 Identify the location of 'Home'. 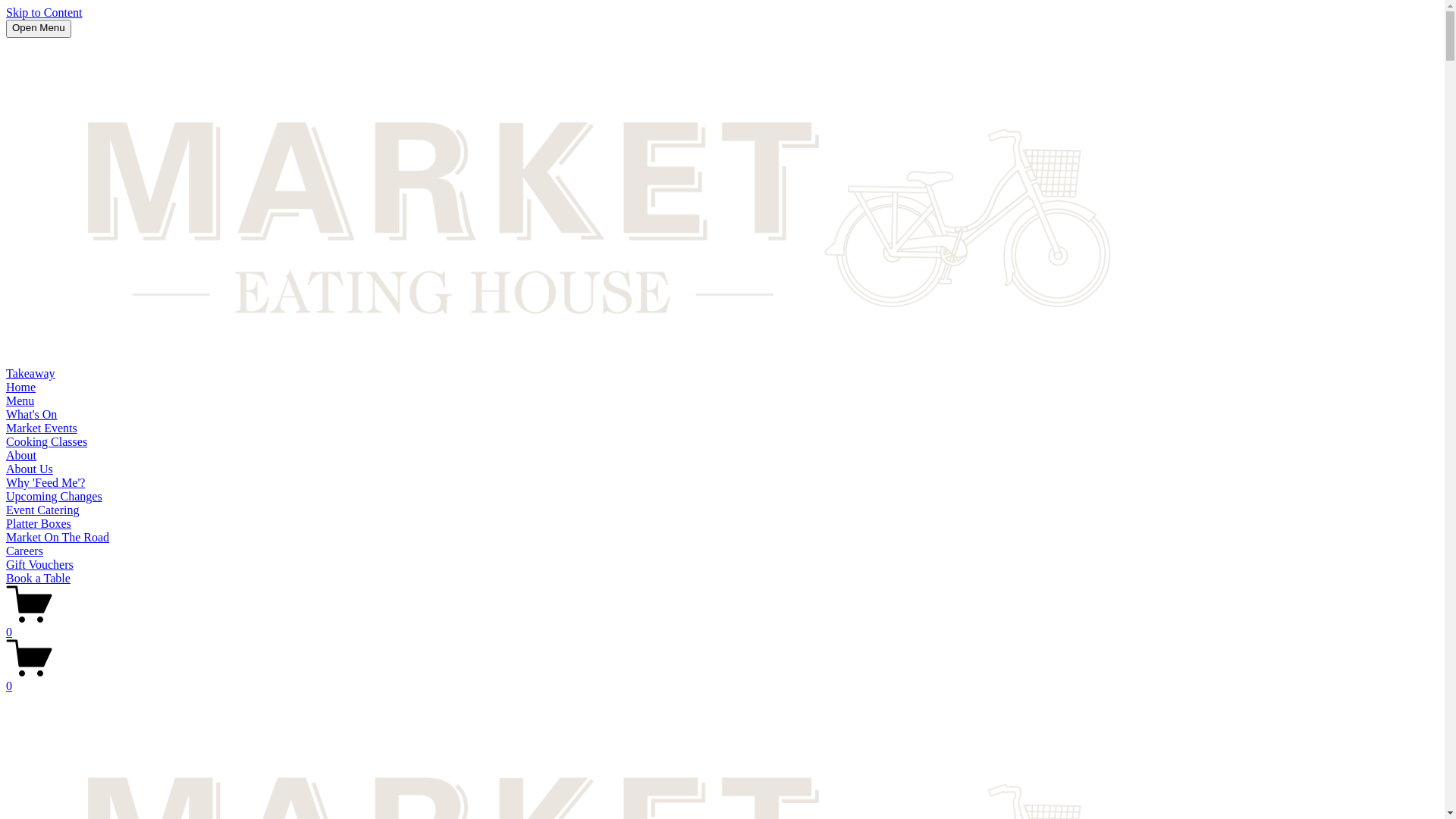
(20, 386).